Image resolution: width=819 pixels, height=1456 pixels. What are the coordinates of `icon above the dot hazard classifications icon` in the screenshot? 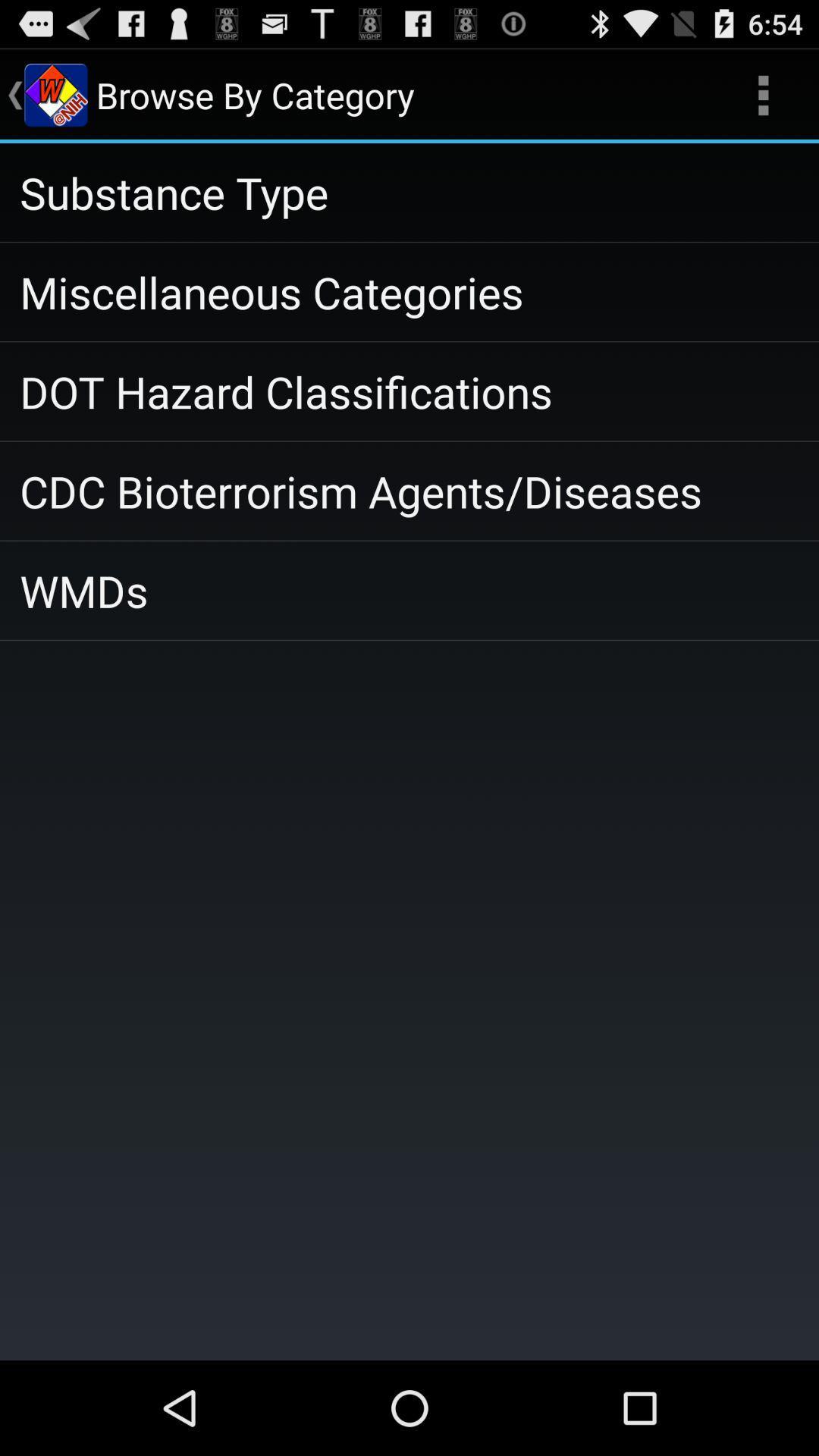 It's located at (409, 292).